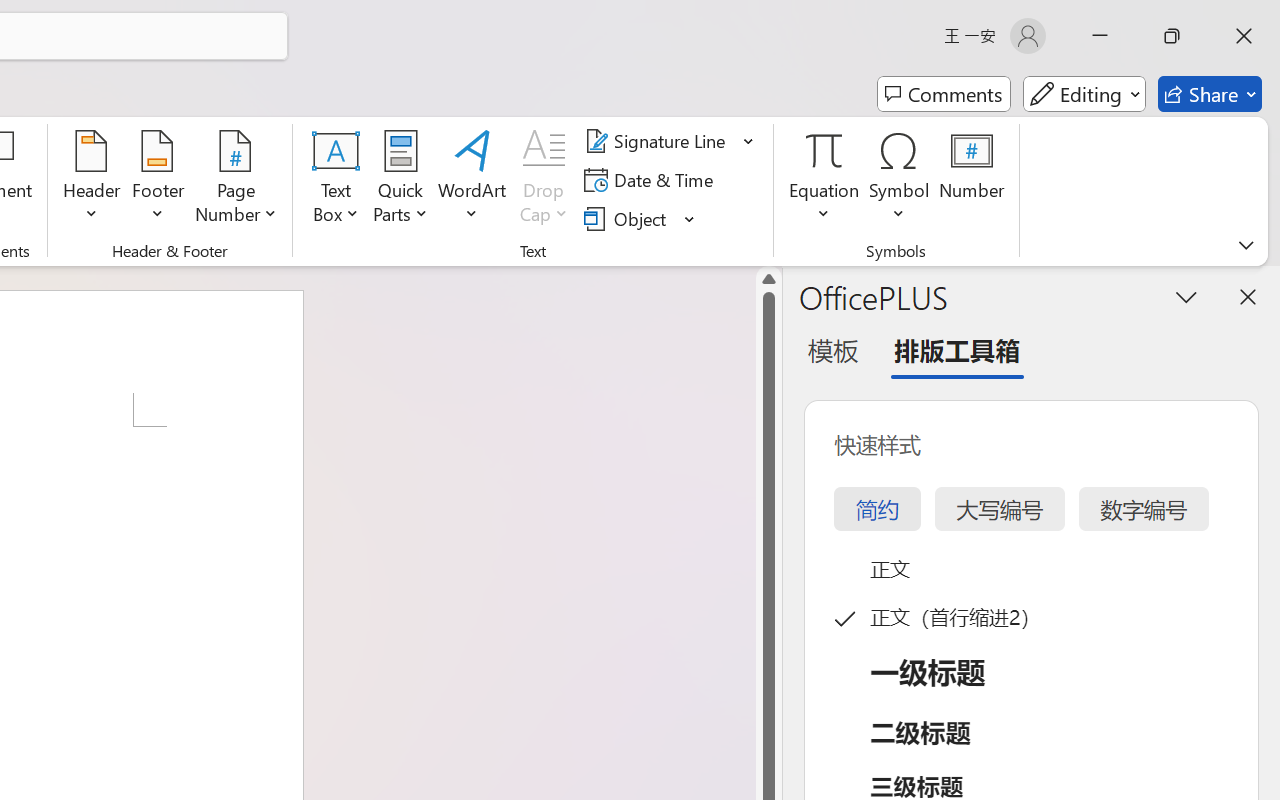  What do you see at coordinates (627, 218) in the screenshot?
I see `'Object...'` at bounding box center [627, 218].